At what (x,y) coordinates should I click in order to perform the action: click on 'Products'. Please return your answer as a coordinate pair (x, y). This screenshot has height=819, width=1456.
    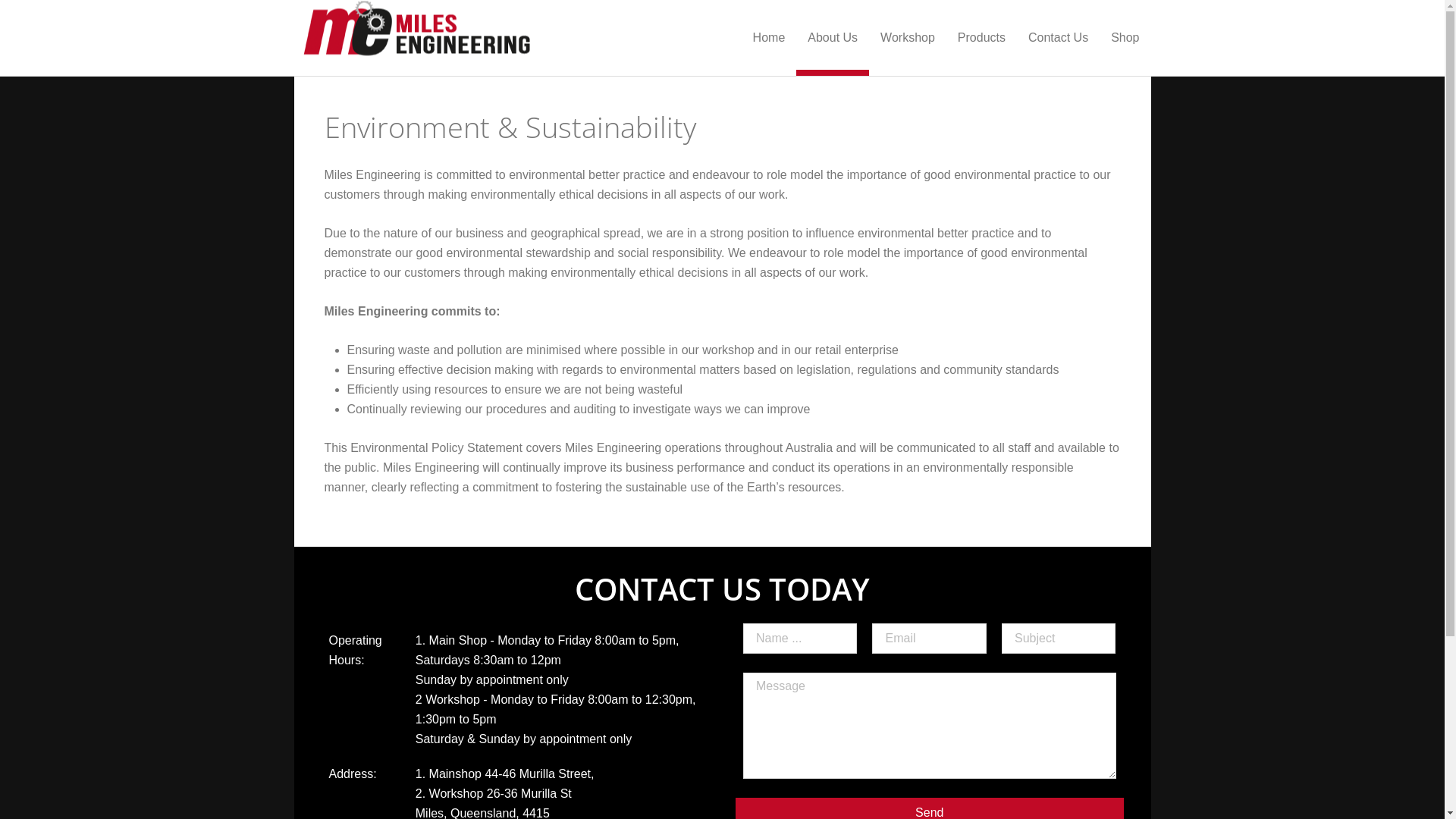
    Looking at the image, I should click on (981, 37).